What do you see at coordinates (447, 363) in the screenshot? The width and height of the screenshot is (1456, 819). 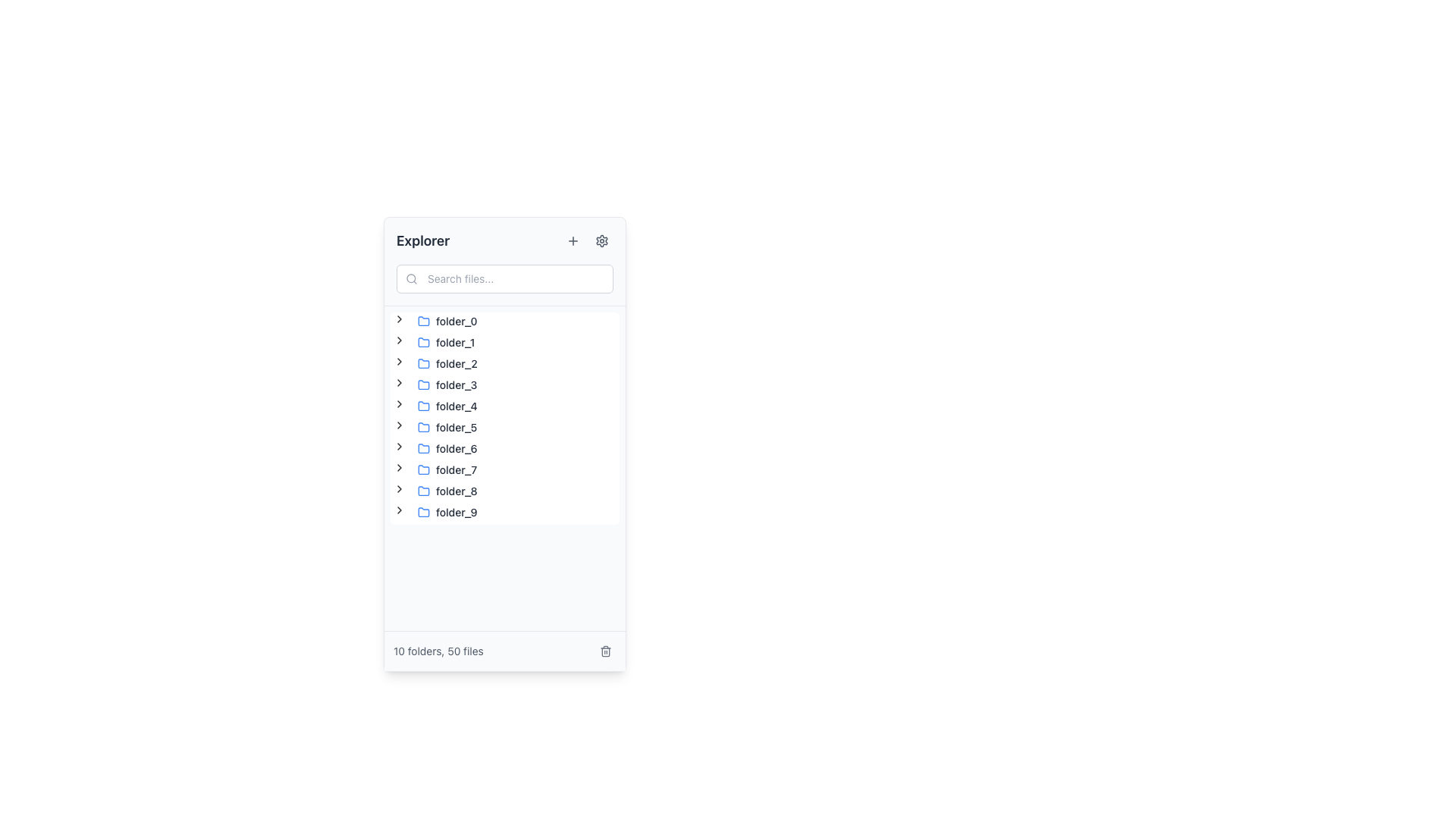 I see `the 'folder_2' list item, which is the third item in the vertically stacked folder list on the left panel` at bounding box center [447, 363].